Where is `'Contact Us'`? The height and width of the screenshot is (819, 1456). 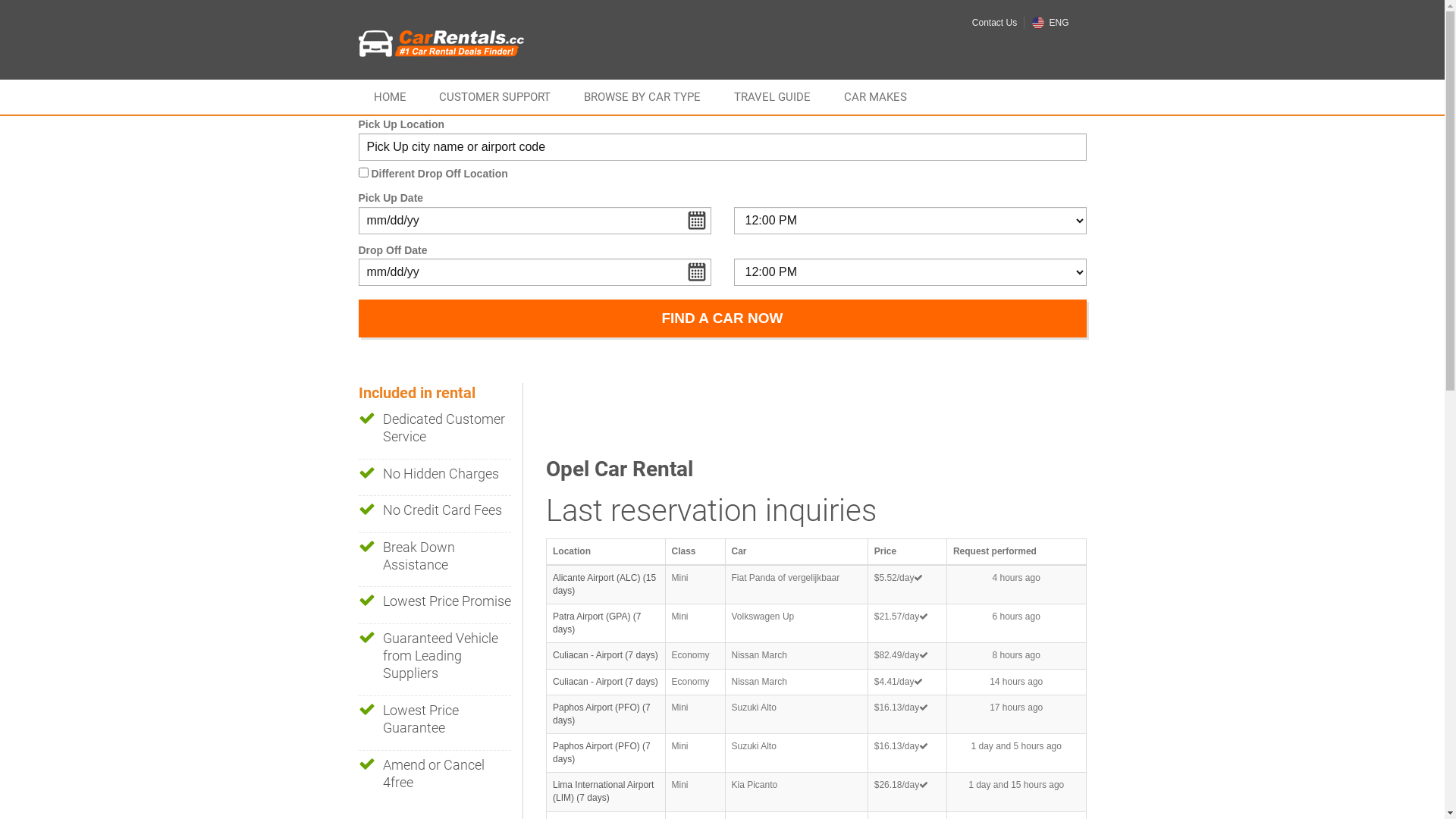
'Contact Us' is located at coordinates (994, 23).